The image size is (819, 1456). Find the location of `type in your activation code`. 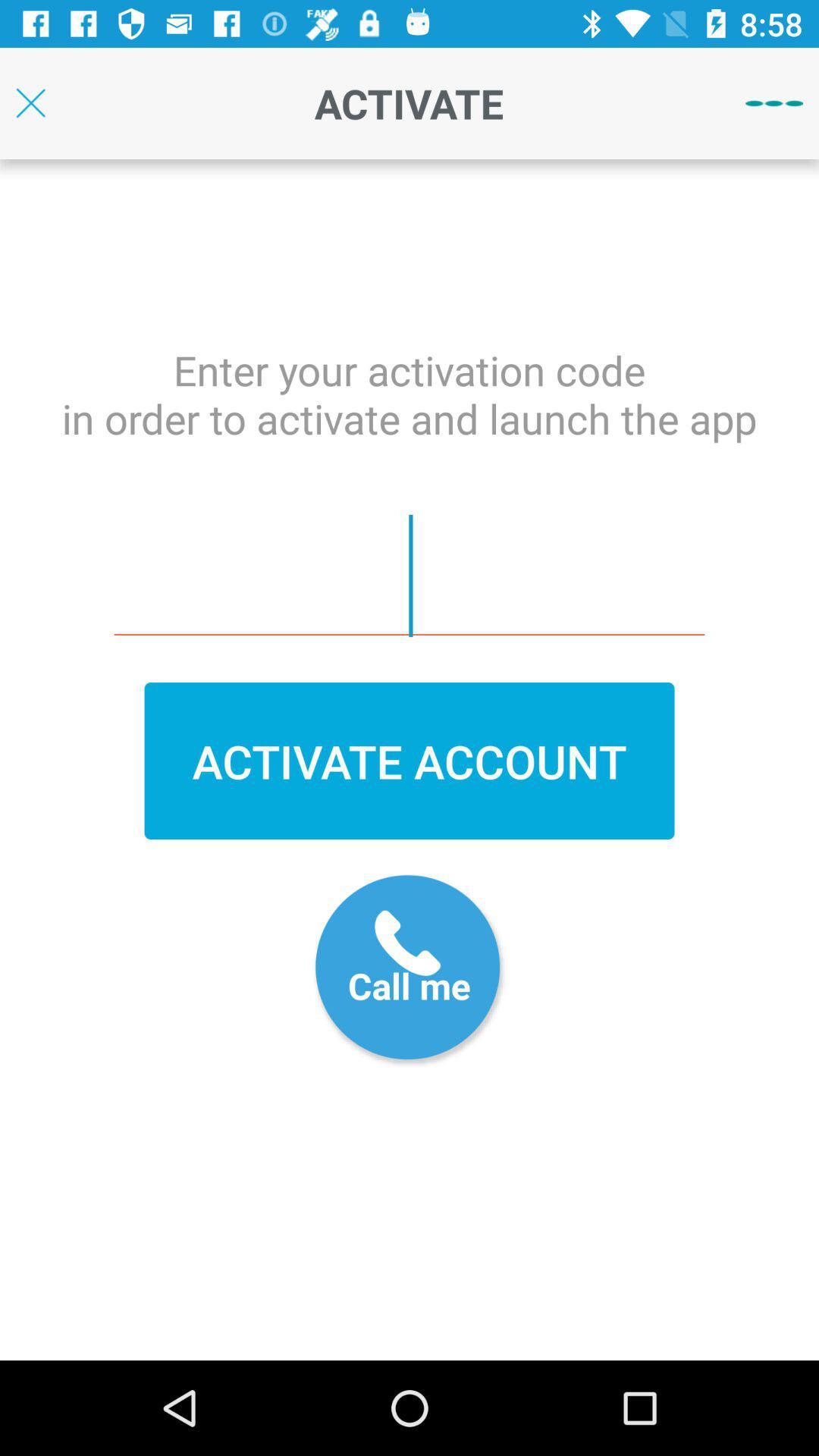

type in your activation code is located at coordinates (409, 575).